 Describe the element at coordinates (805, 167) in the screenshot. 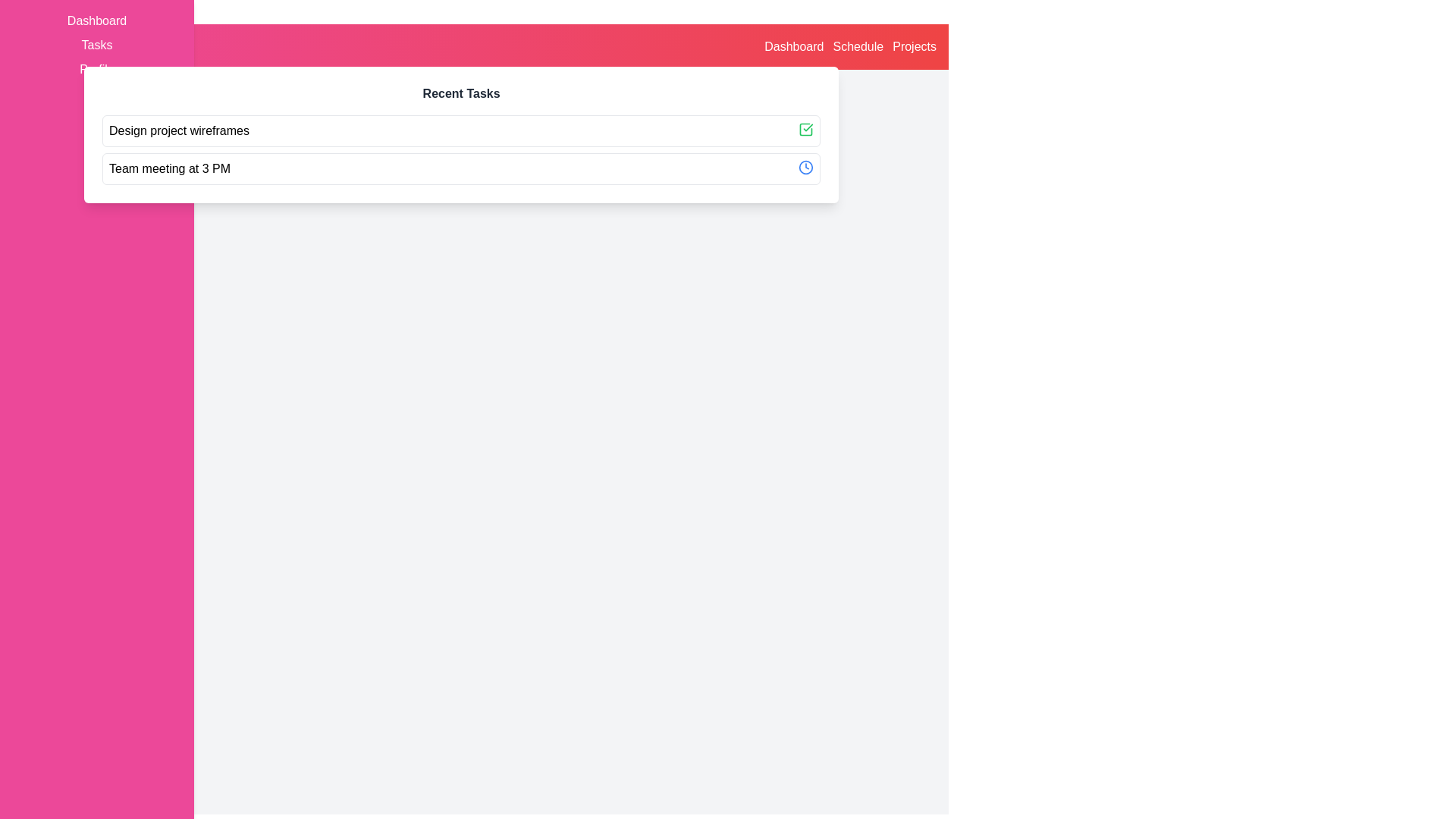

I see `the blue clock-shaped icon located at the far-right side of the 'Team meeting at 3 PM' task row in the 'Recent Tasks' list` at that location.